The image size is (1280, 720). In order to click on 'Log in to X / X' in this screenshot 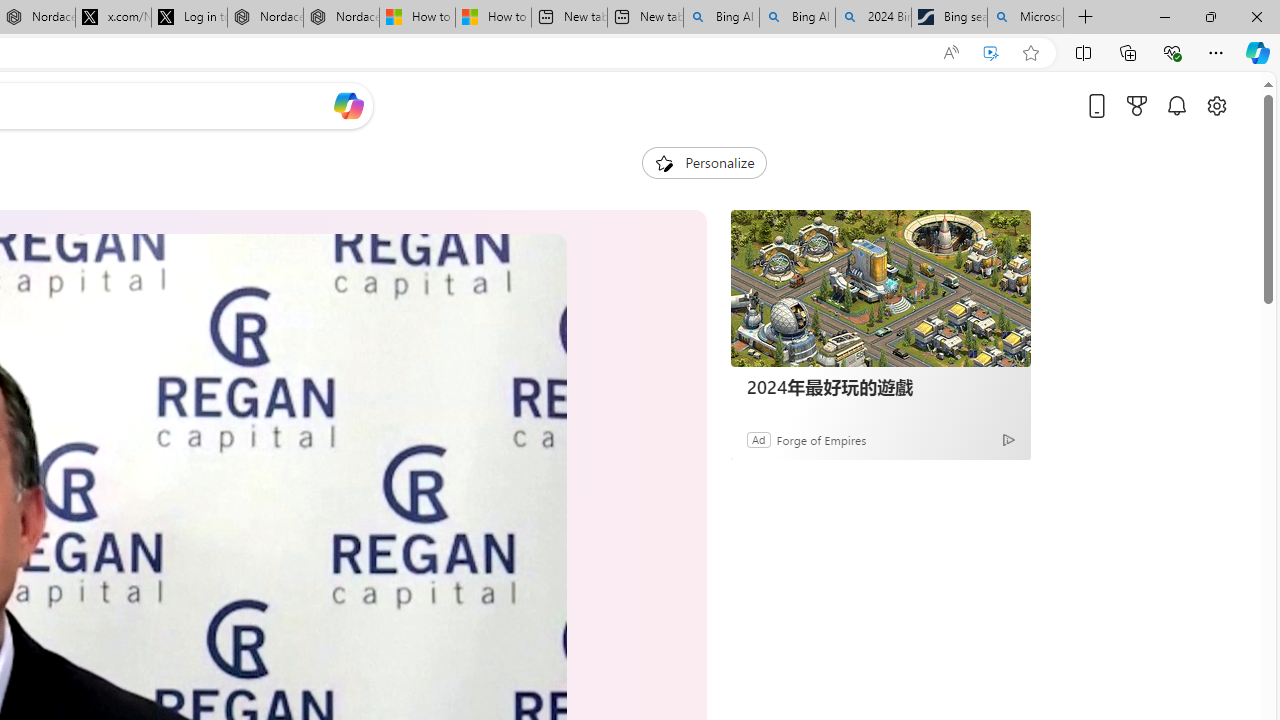, I will do `click(189, 17)`.